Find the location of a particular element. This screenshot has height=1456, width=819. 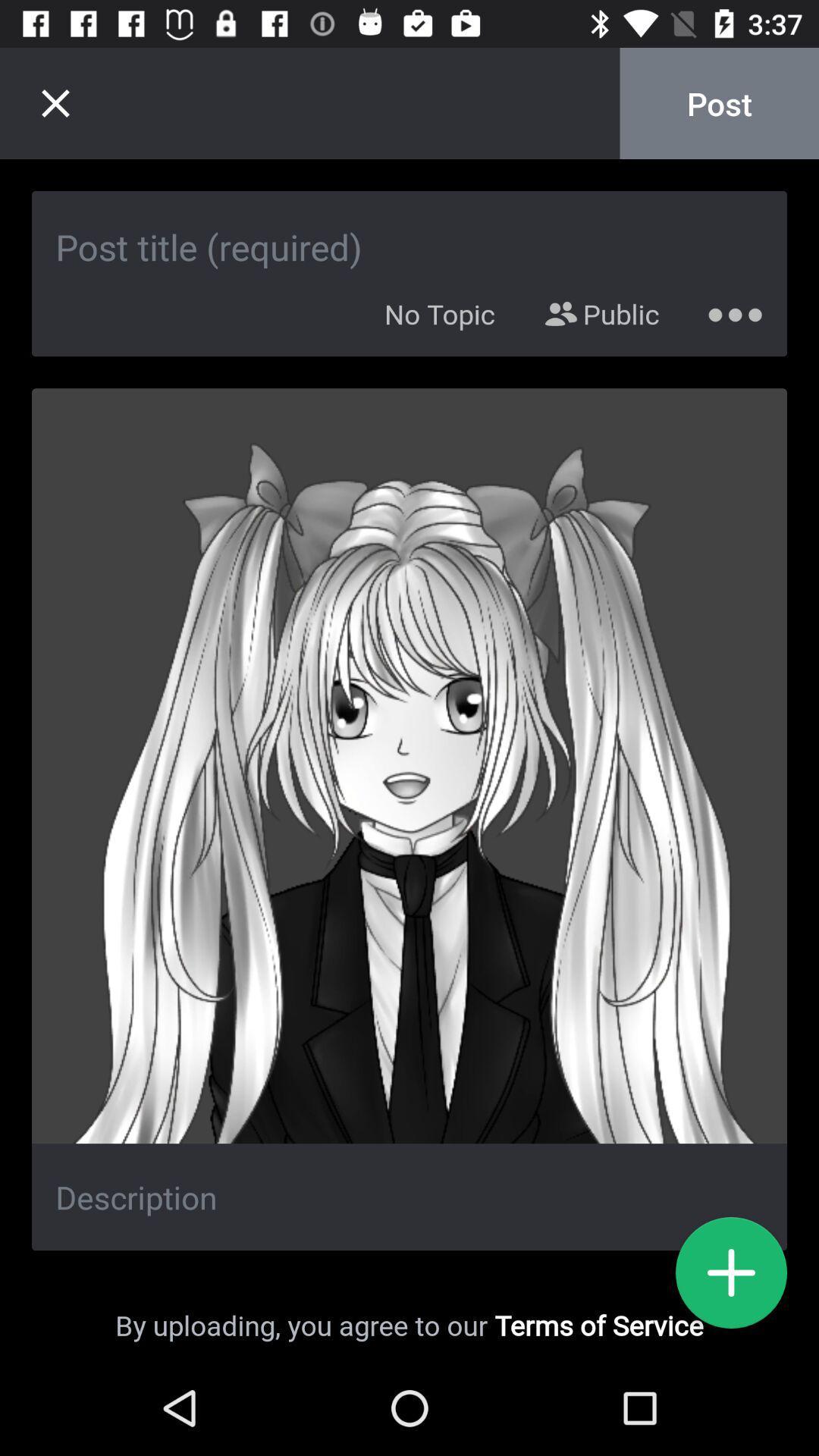

read the terms of service is located at coordinates (730, 1272).